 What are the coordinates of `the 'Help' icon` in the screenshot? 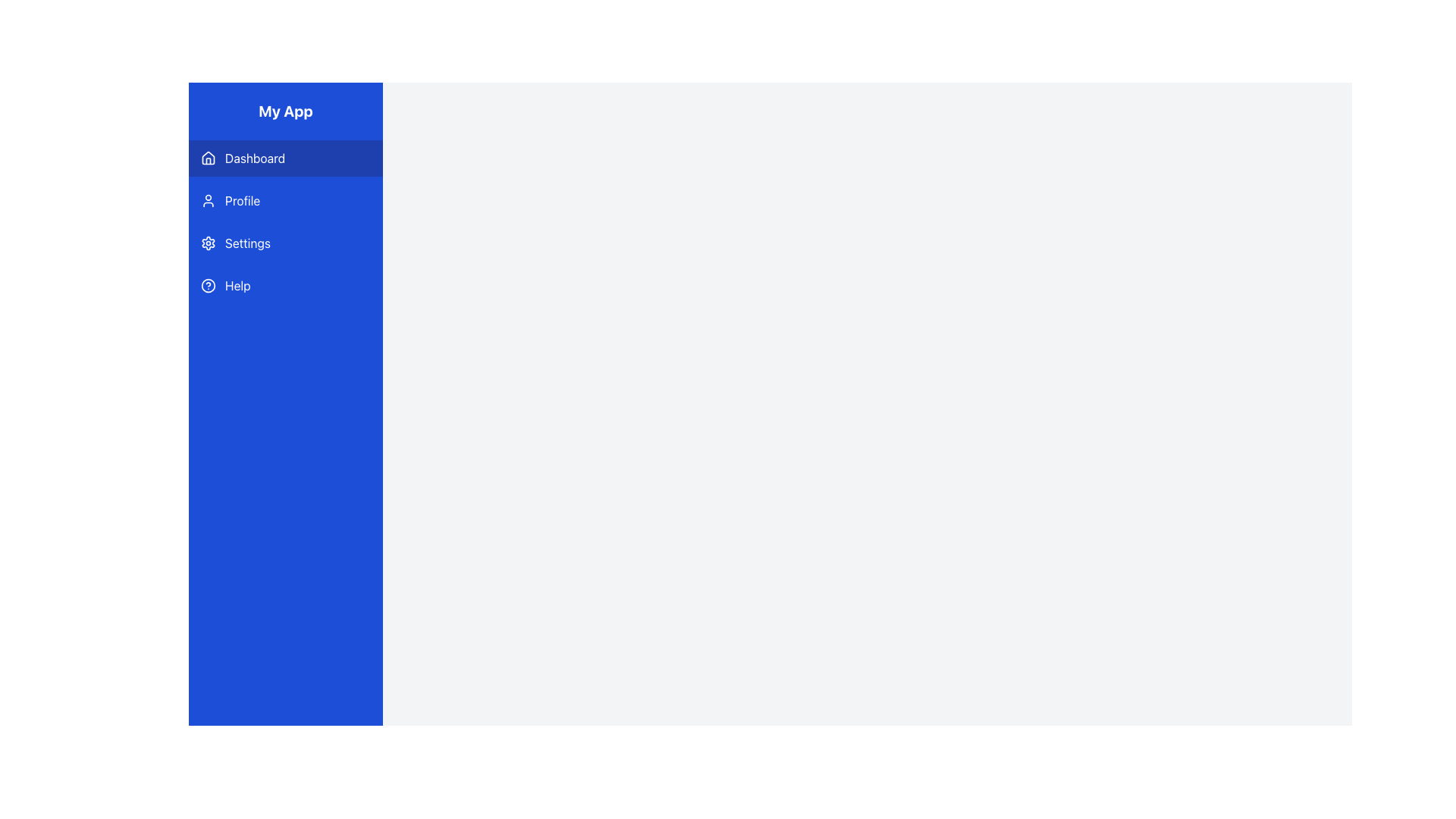 It's located at (207, 286).